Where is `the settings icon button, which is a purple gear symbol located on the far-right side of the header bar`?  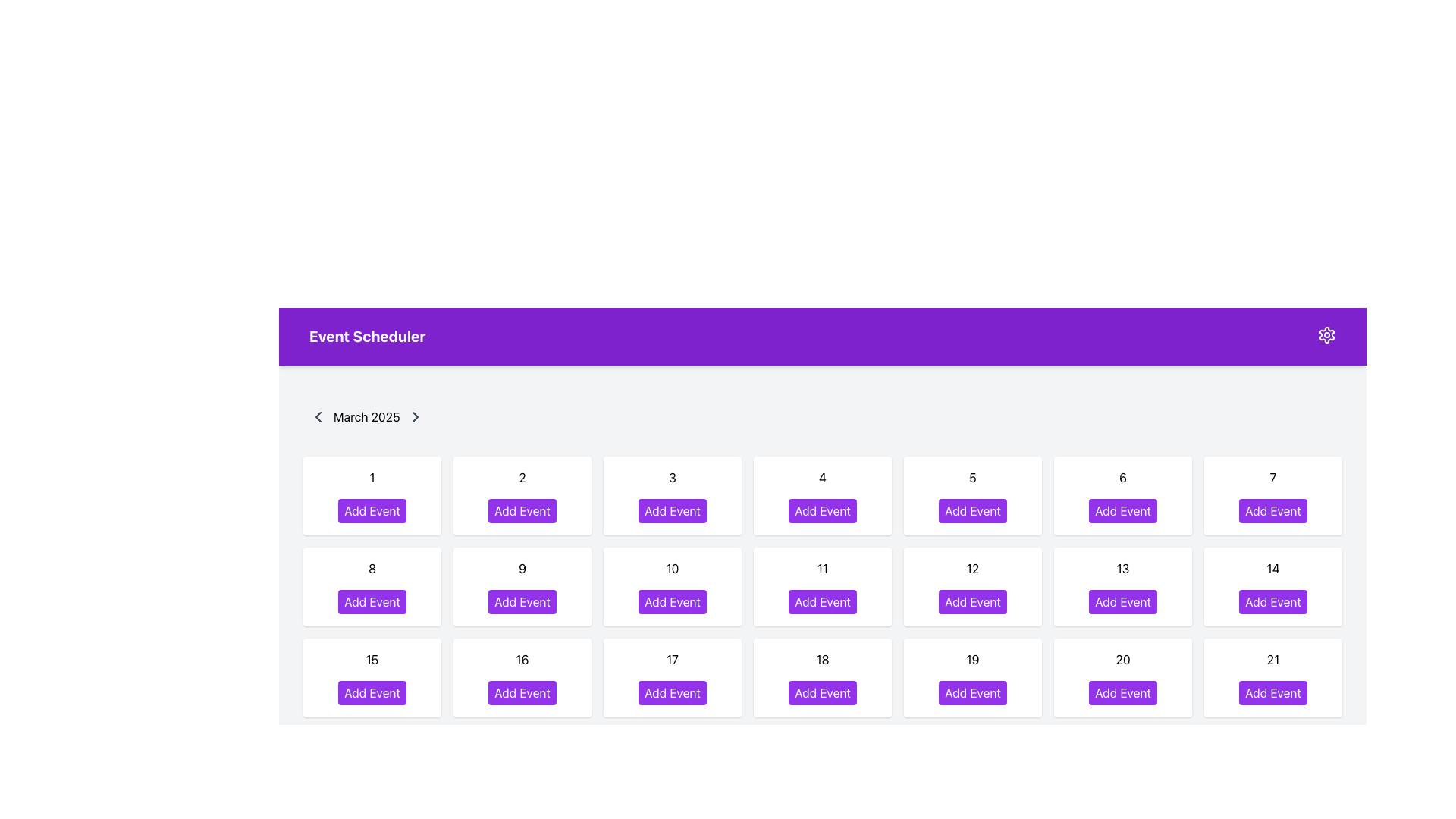
the settings icon button, which is a purple gear symbol located on the far-right side of the header bar is located at coordinates (1326, 334).